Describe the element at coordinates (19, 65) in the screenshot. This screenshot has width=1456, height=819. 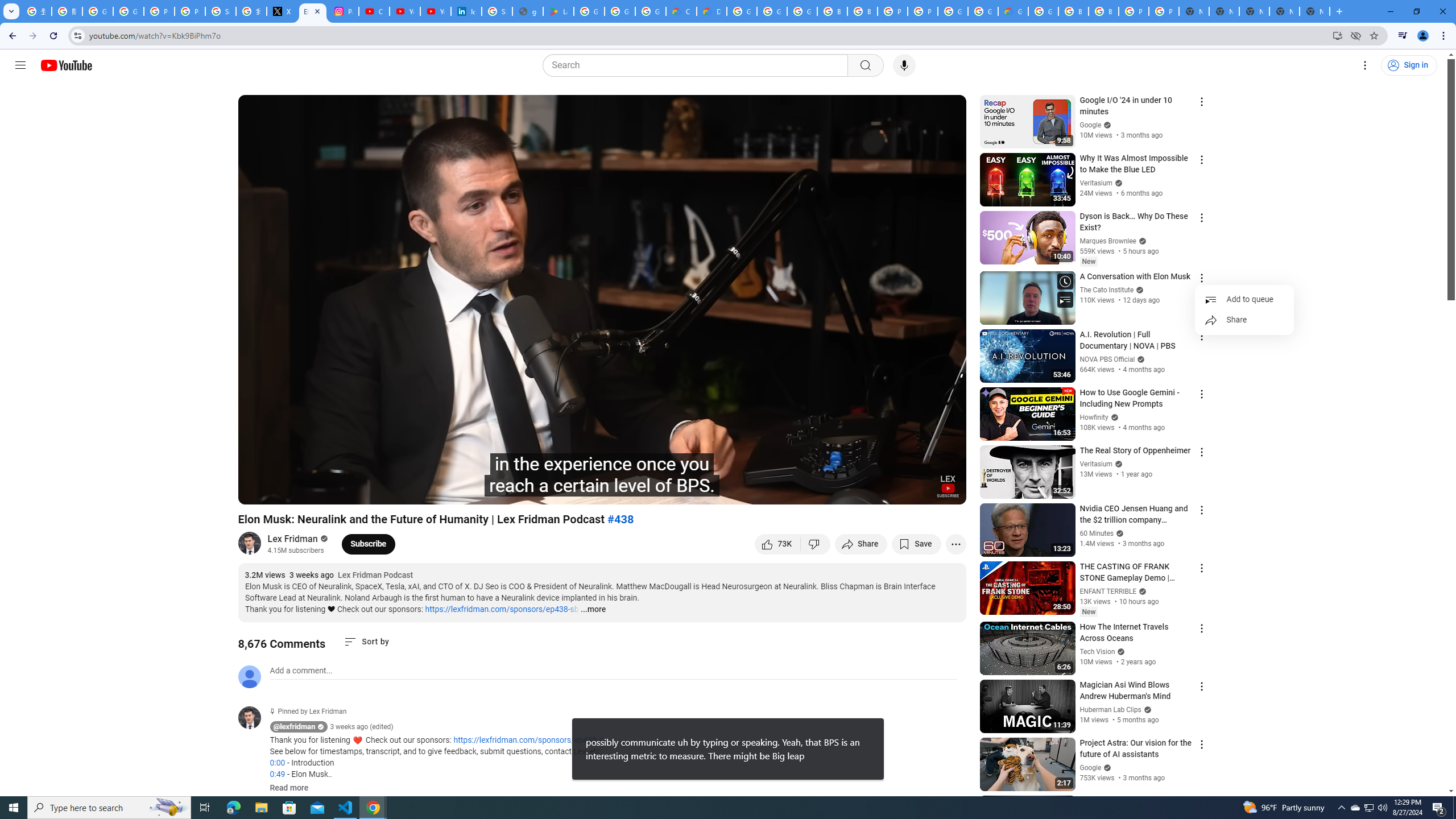
I see `'Guide'` at that location.